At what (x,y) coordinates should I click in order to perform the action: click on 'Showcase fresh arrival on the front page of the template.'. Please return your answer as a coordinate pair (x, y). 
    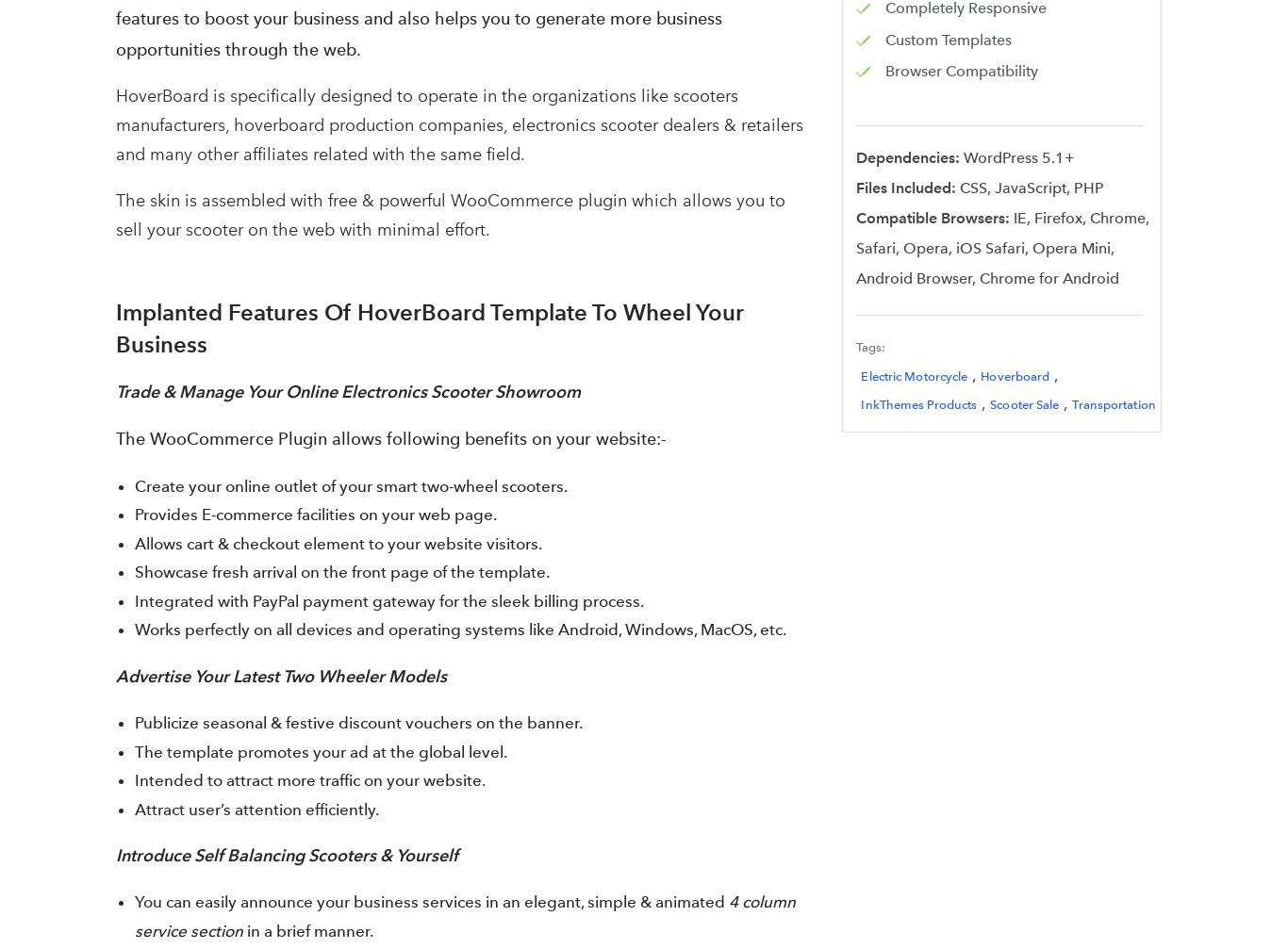
    Looking at the image, I should click on (340, 571).